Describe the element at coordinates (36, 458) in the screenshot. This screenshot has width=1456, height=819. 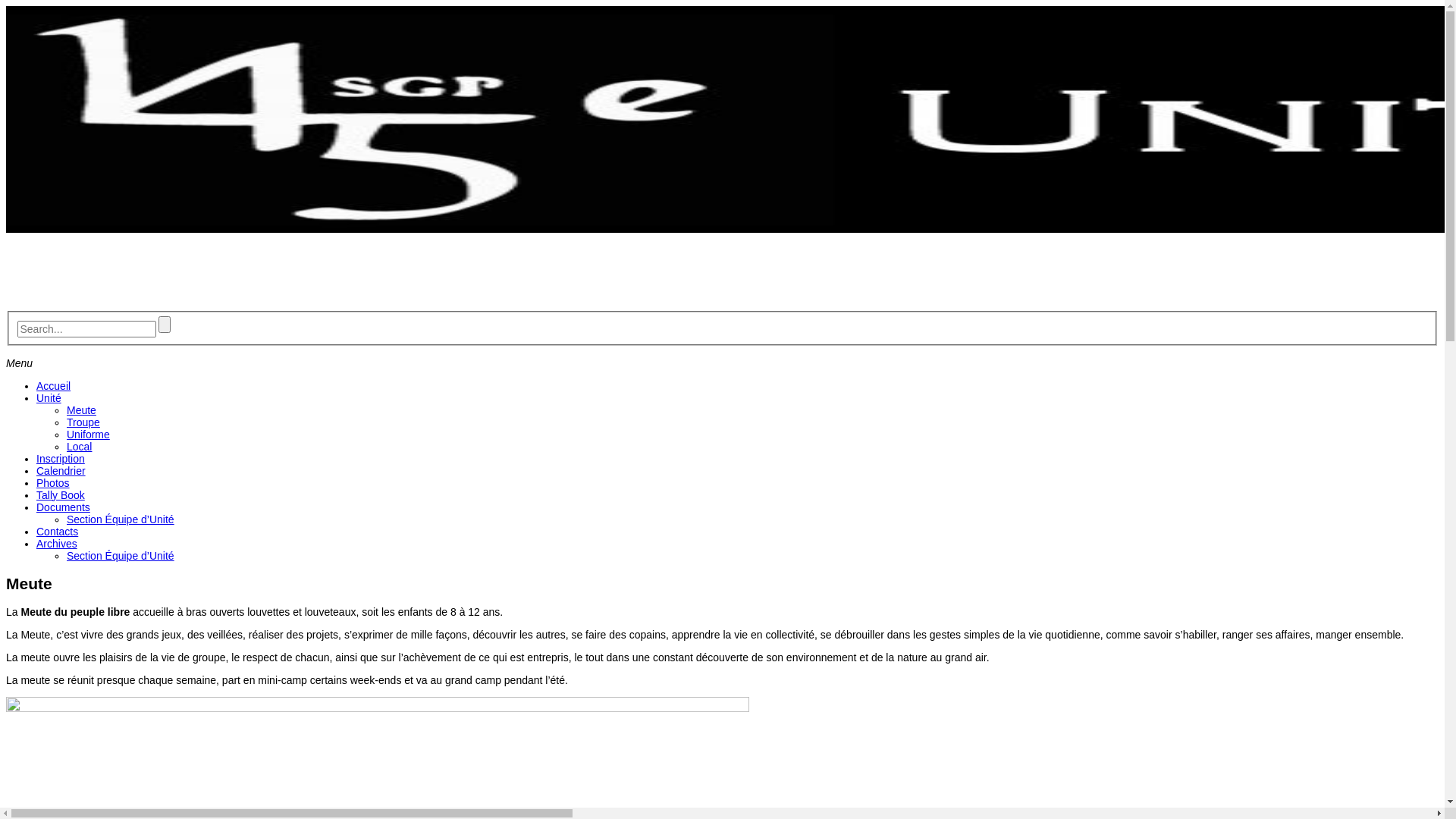
I see `'Inscription'` at that location.